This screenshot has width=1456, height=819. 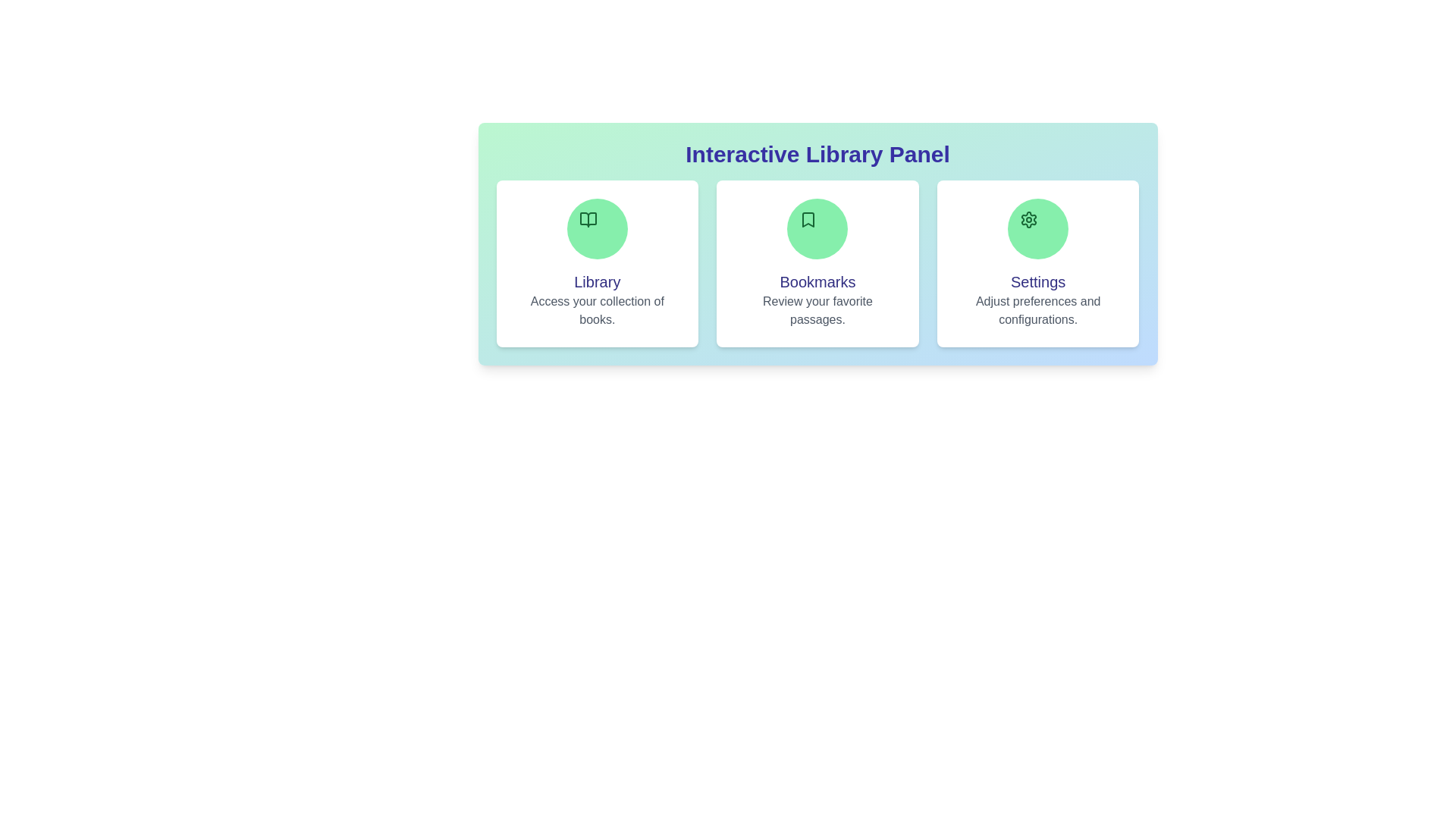 I want to click on the section title Bookmarks to highlight it, so click(x=817, y=281).